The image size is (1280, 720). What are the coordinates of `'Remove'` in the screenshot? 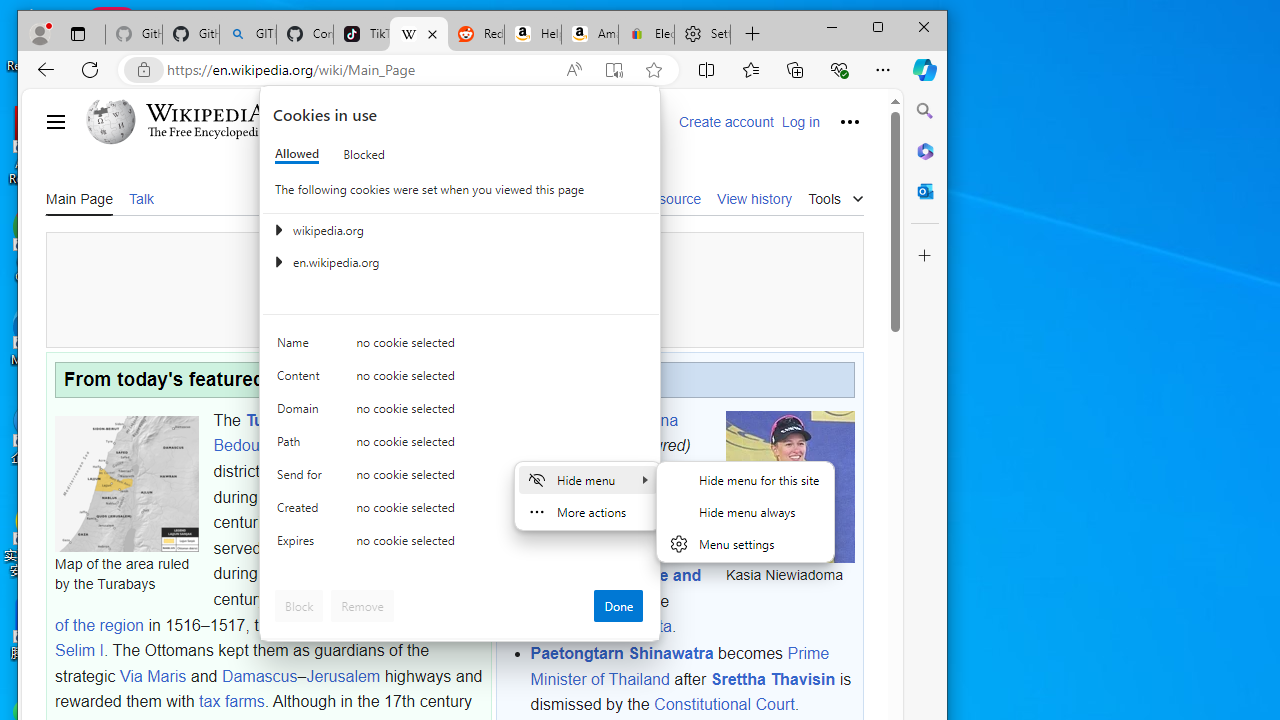 It's located at (362, 604).